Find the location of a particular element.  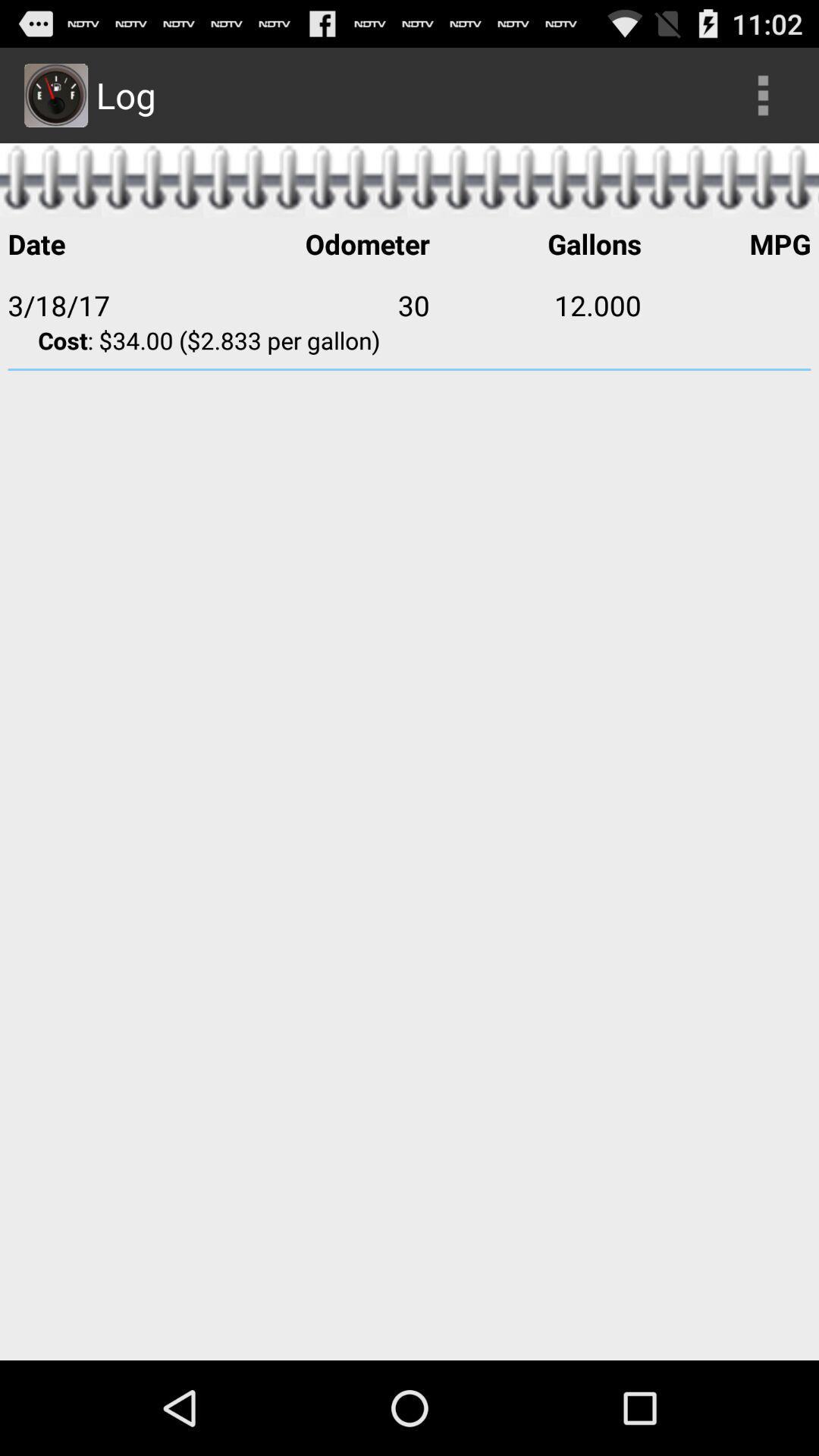

the app next to the 3/18/17 icon is located at coordinates (323, 304).